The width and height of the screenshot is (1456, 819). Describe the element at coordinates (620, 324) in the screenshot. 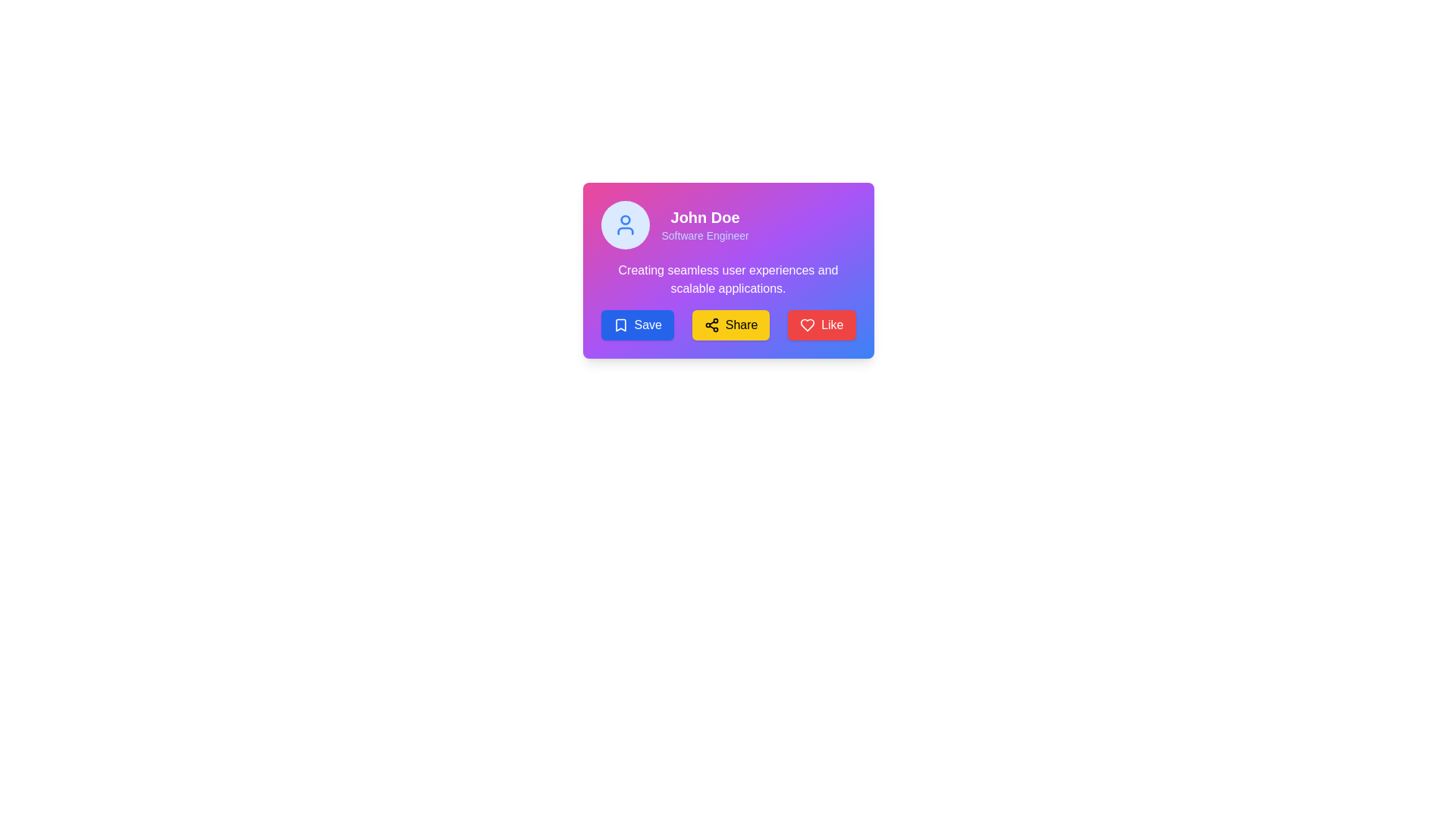

I see `the vertical bookmark icon with a blue border and white interior, which is part of the 'Save' button and positioned to the left of the 'Save' text` at that location.